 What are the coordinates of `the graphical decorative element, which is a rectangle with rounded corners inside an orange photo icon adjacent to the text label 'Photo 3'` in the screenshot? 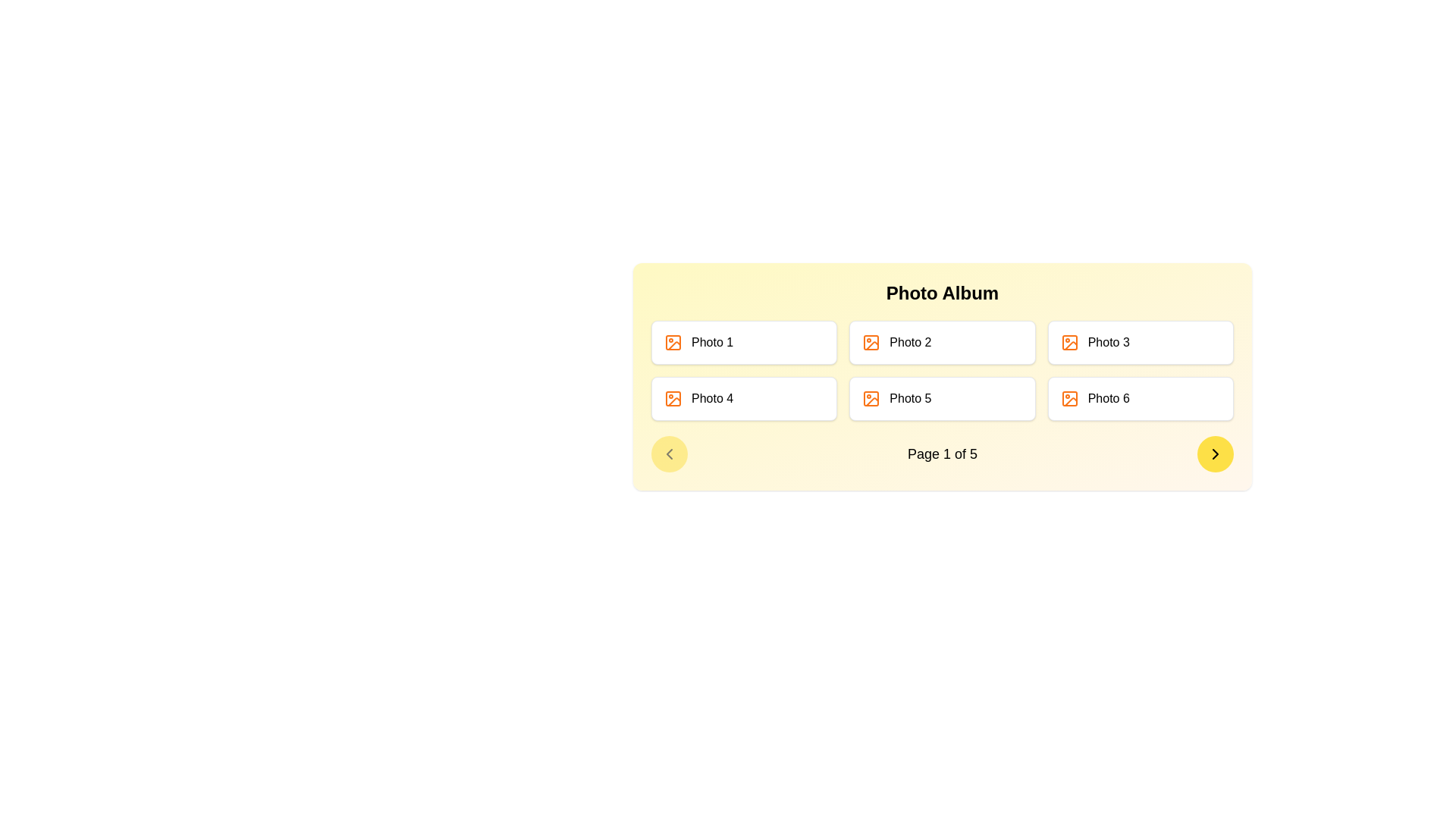 It's located at (1068, 342).